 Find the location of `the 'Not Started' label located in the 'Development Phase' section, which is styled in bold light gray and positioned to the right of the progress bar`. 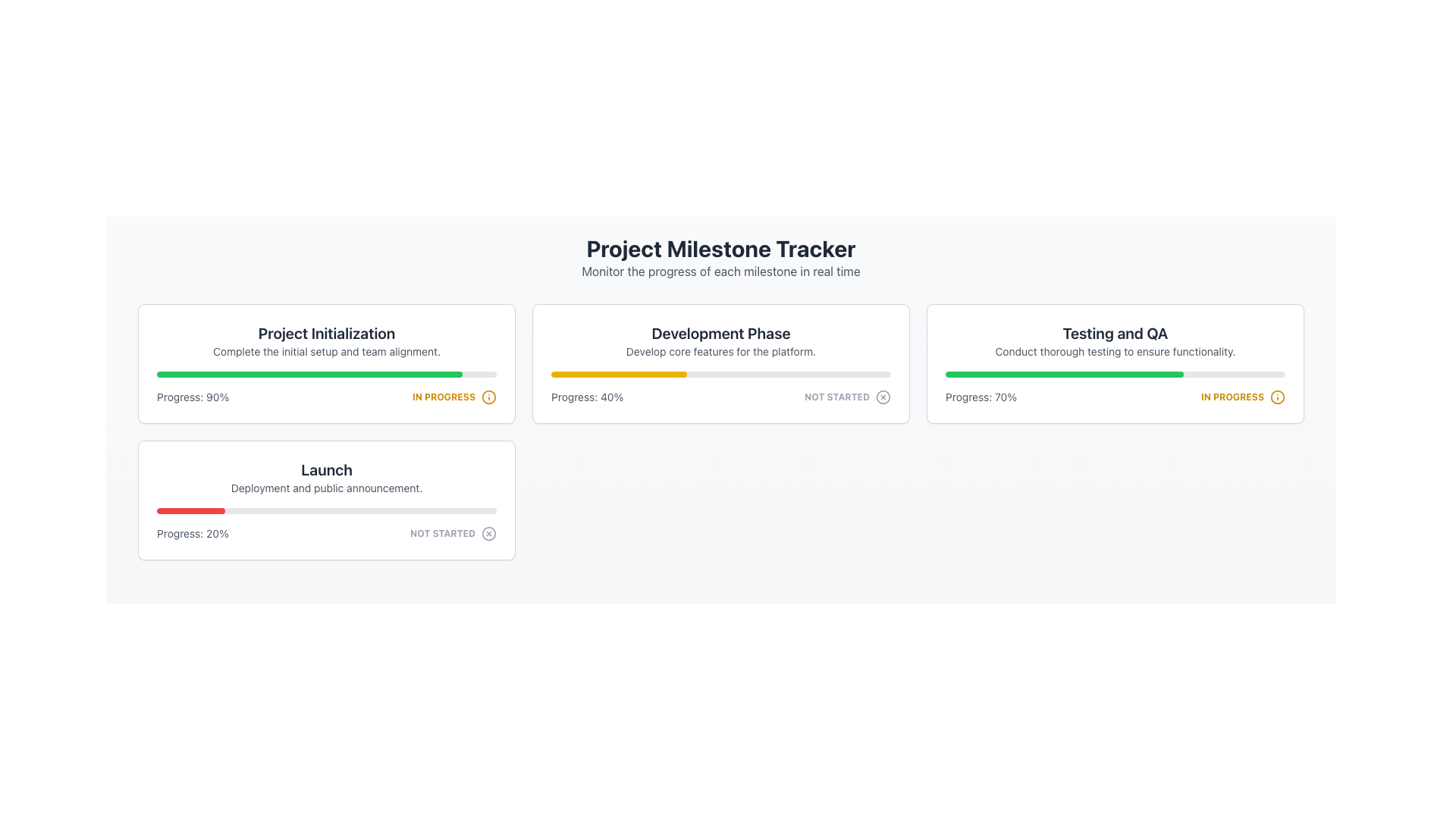

the 'Not Started' label located in the 'Development Phase' section, which is styled in bold light gray and positioned to the right of the progress bar is located at coordinates (836, 397).